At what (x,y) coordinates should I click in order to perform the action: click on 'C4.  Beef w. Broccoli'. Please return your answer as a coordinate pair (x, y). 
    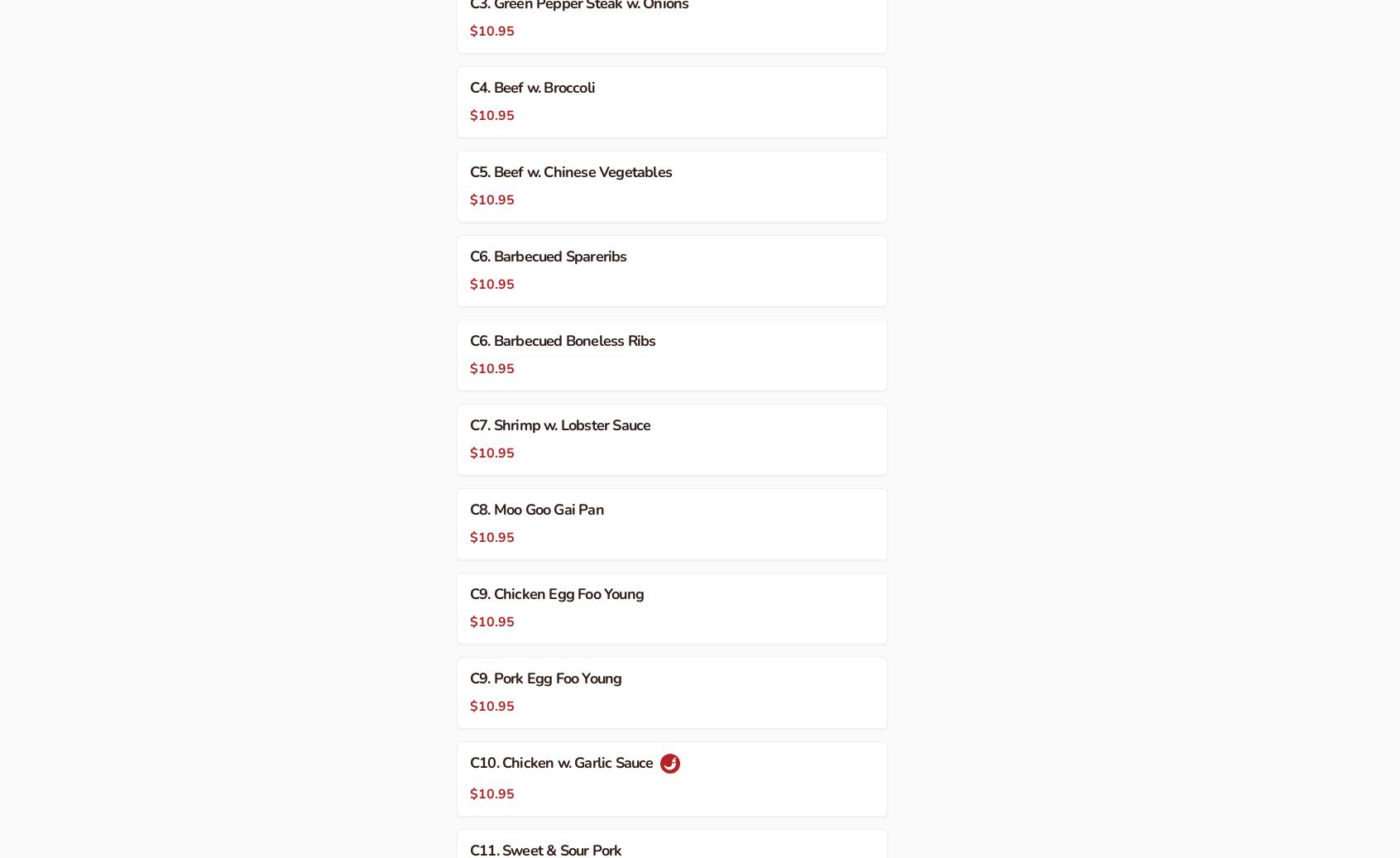
    Looking at the image, I should click on (532, 86).